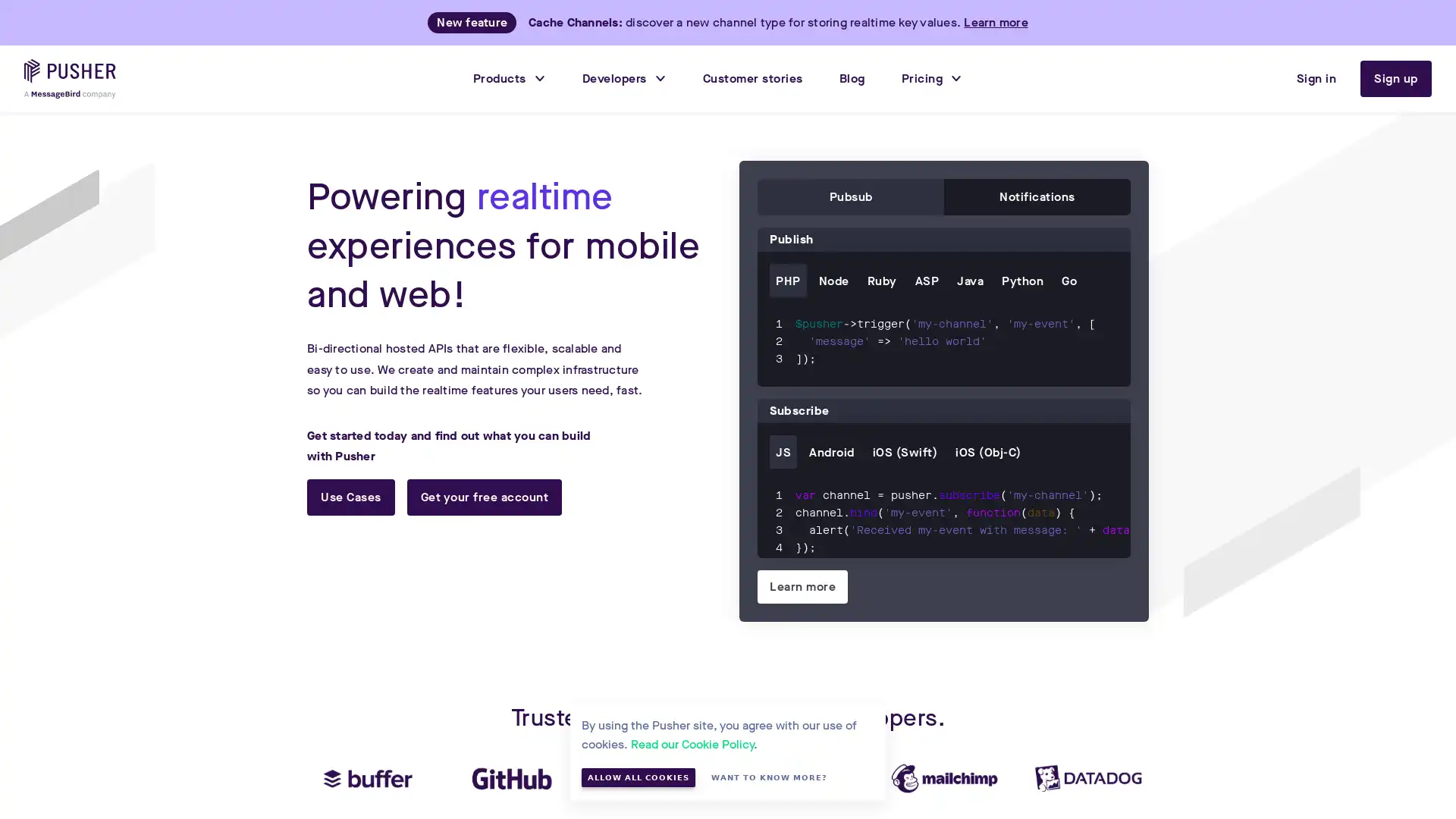  What do you see at coordinates (802, 586) in the screenshot?
I see `Learn more` at bounding box center [802, 586].